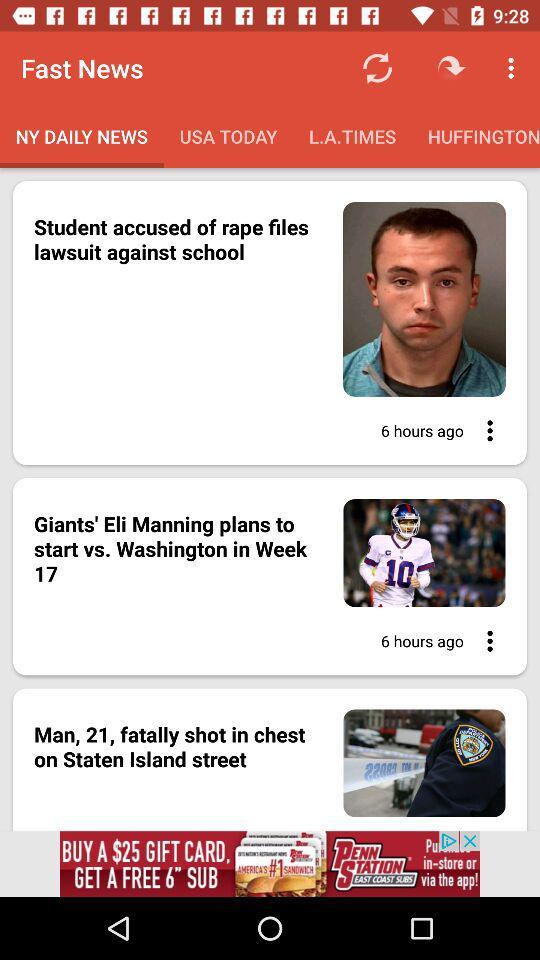 This screenshot has width=540, height=960. Describe the element at coordinates (270, 323) in the screenshot. I see `the first image` at that location.